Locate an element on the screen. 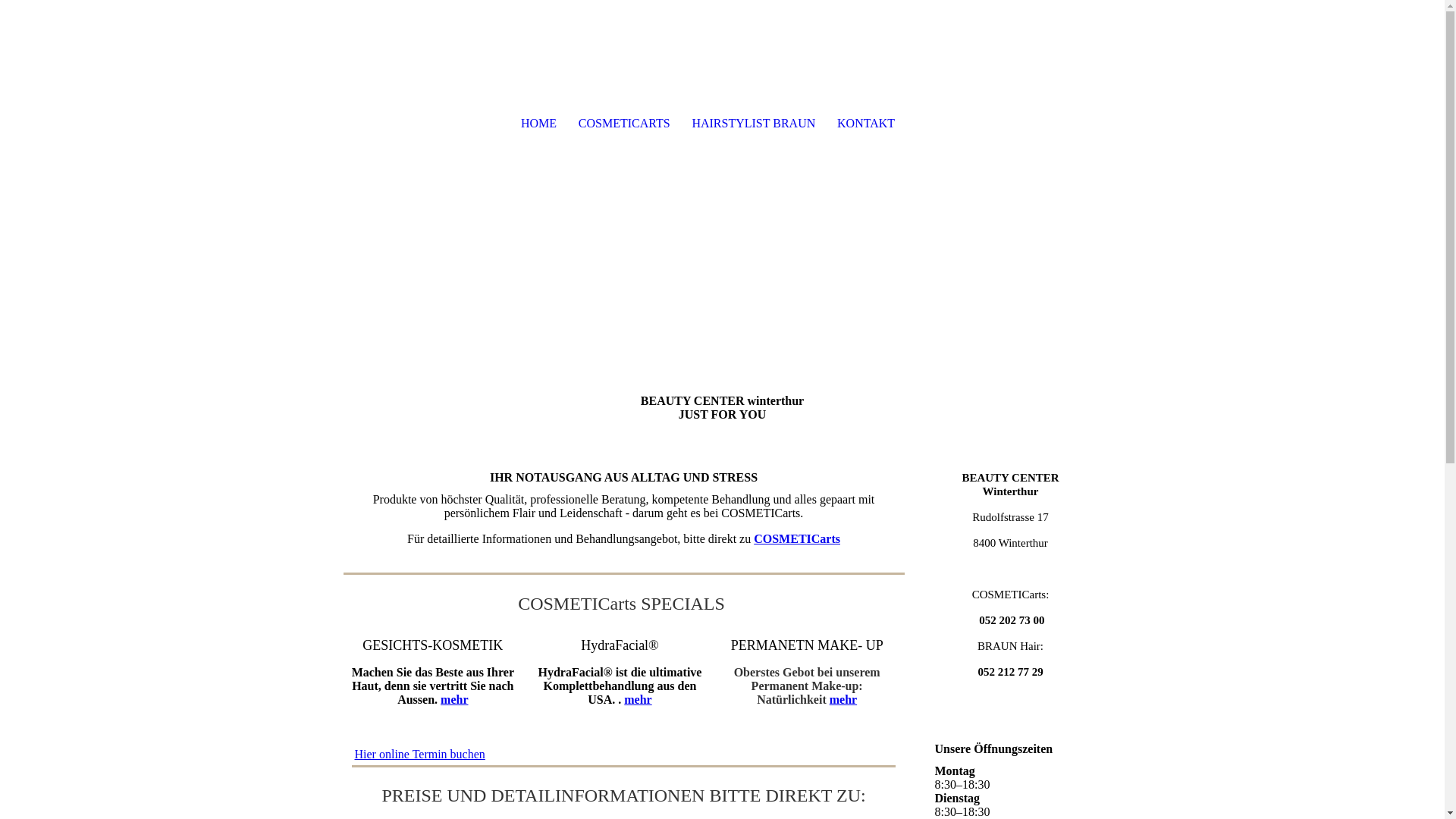 The image size is (1456, 819). 'COSMETICARTS' is located at coordinates (623, 122).